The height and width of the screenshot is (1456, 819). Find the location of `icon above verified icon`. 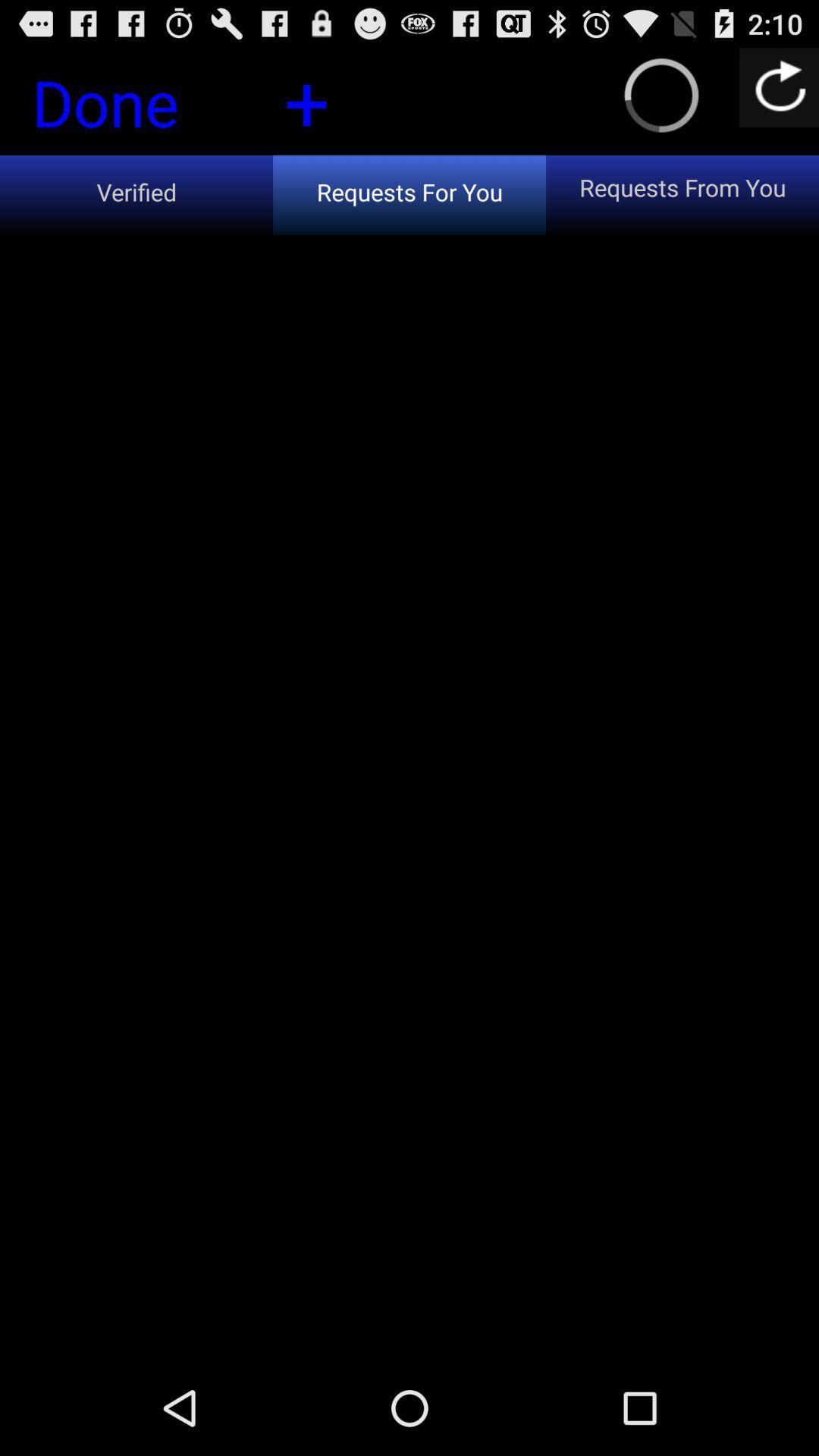

icon above verified icon is located at coordinates (130, 106).